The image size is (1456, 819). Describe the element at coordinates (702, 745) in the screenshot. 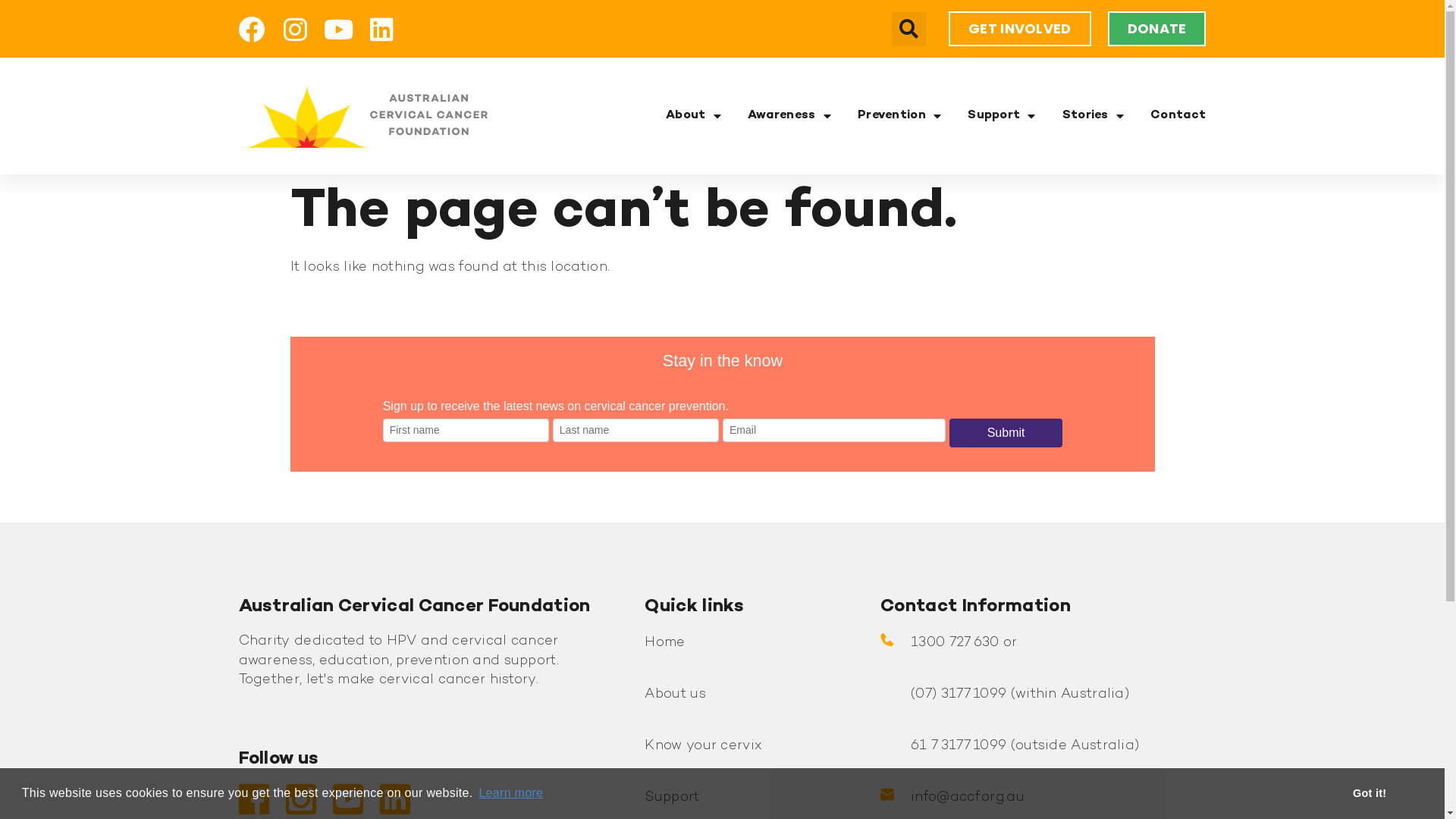

I see `'Know your cervix'` at that location.